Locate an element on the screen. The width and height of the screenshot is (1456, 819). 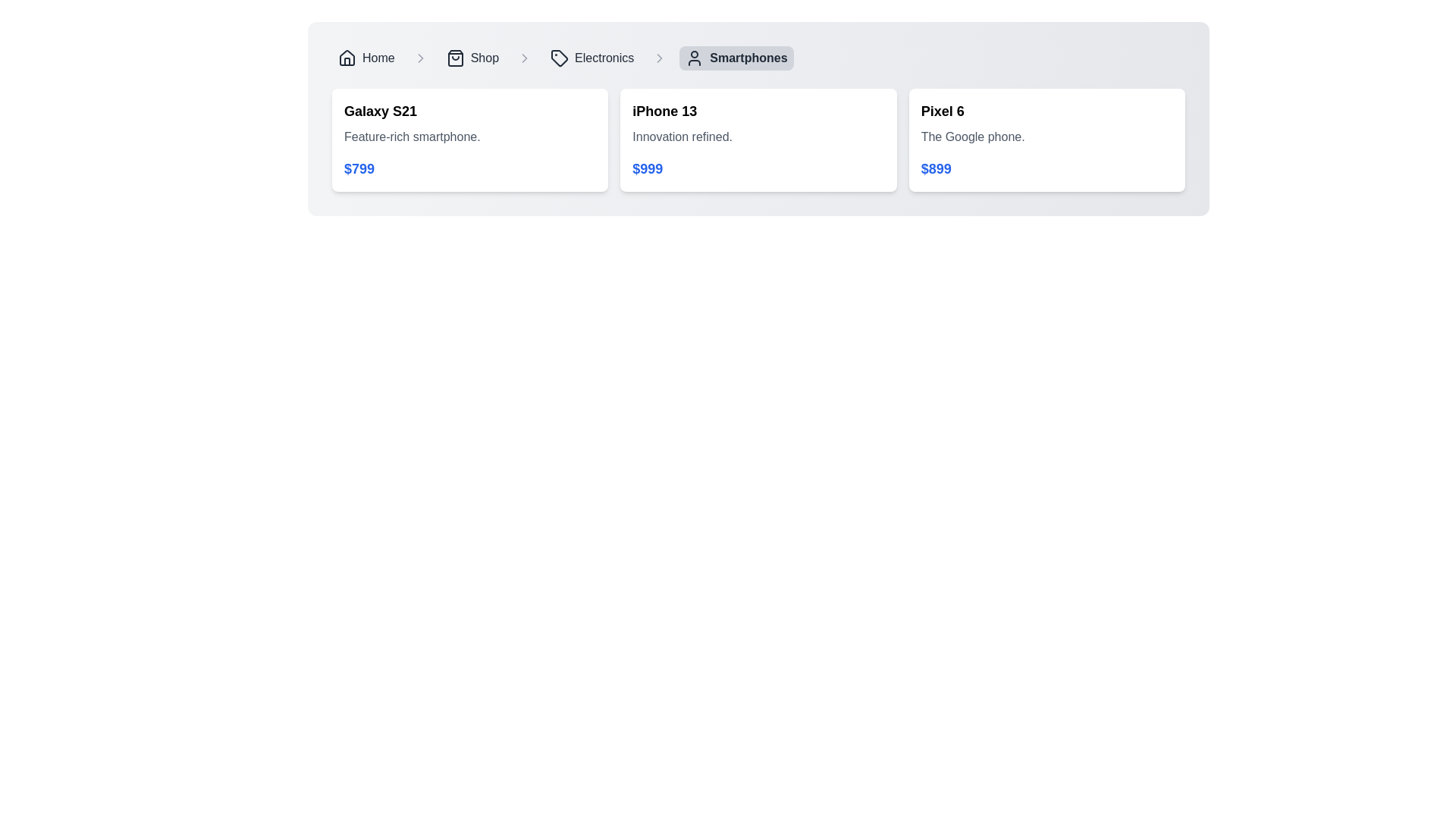
the informational text label providing additional details about the product 'Pixel 6', which is located centrally below the title and above the price label is located at coordinates (973, 137).